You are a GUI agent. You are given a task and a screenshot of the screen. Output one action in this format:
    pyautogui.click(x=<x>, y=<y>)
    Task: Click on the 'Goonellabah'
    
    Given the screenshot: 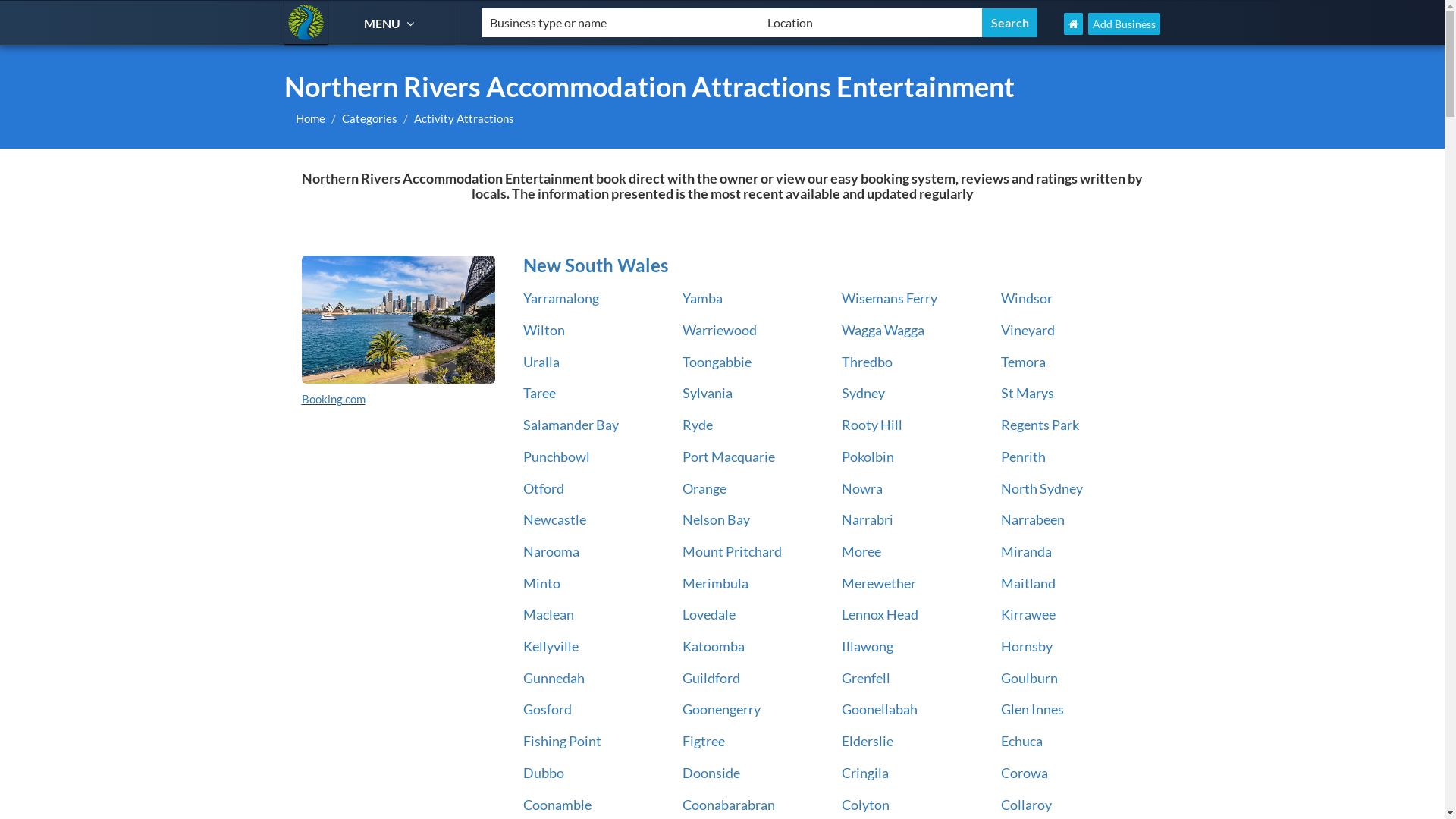 What is the action you would take?
    pyautogui.click(x=880, y=708)
    